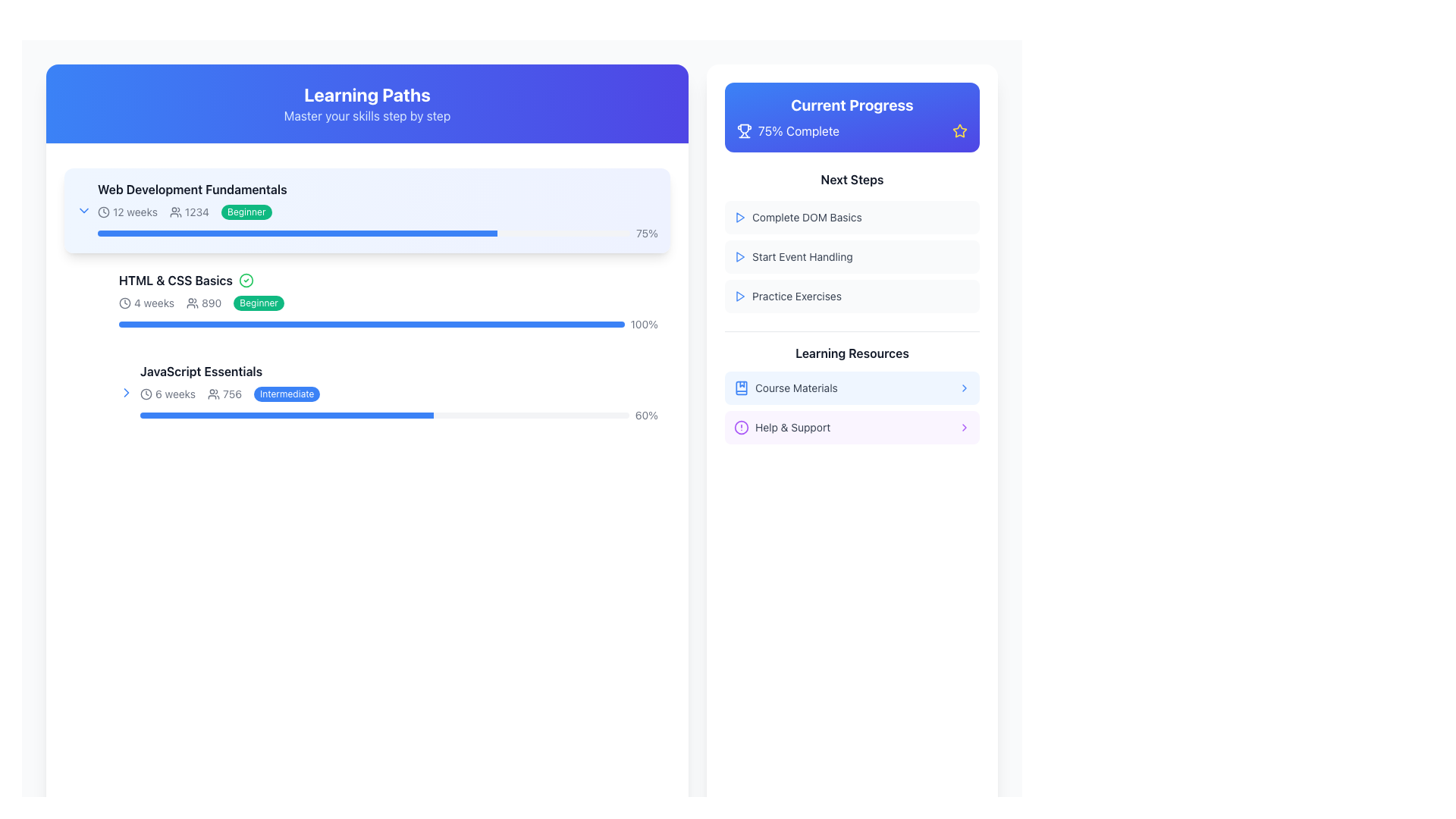  Describe the element at coordinates (806, 217) in the screenshot. I see `the Text Label that serves as a step description in the 'Next Steps' section of the 'Current Progress' panel, located to the right of the blue-colored play icon` at that location.